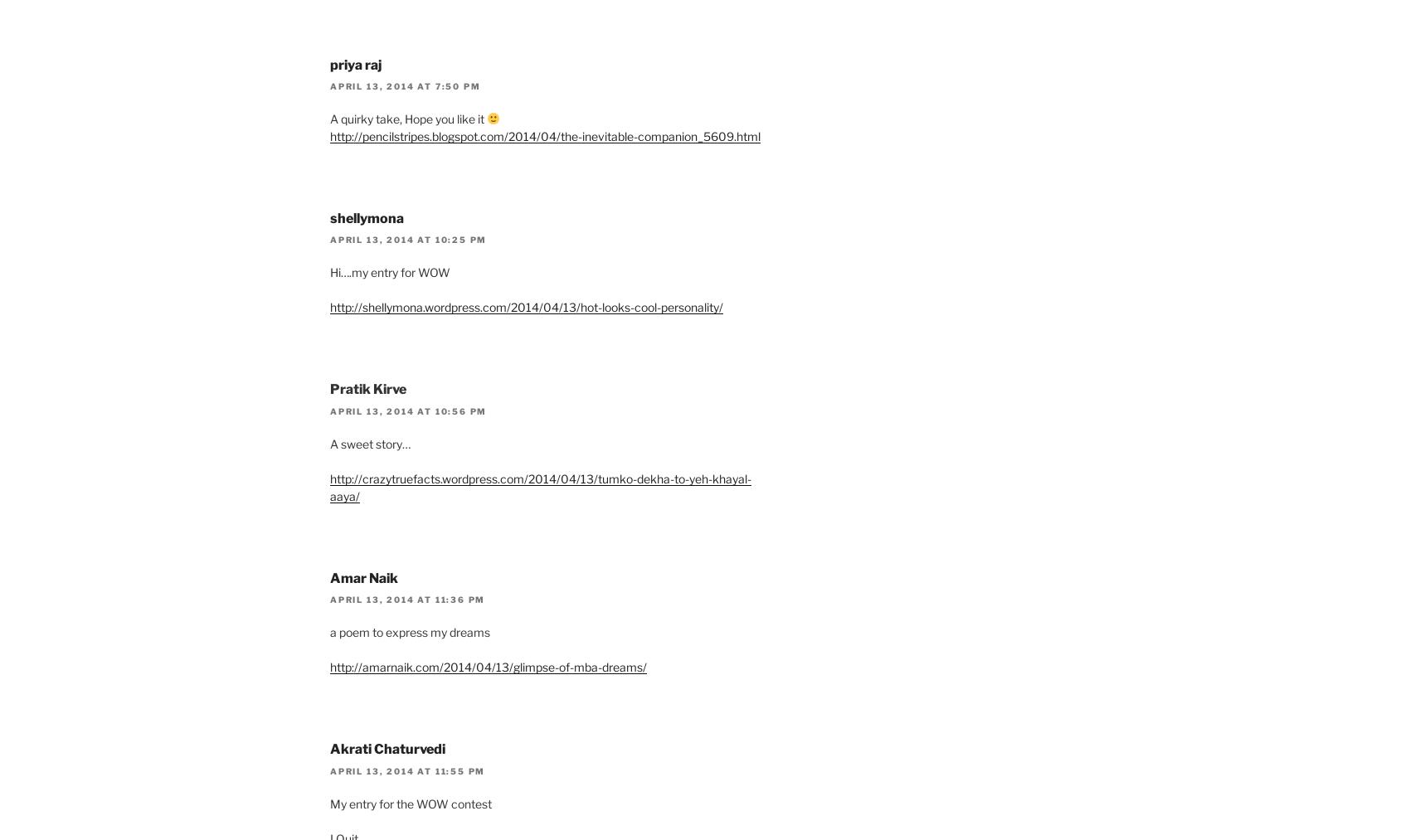  Describe the element at coordinates (408, 239) in the screenshot. I see `'April 13, 2014 at 10:25 pm'` at that location.